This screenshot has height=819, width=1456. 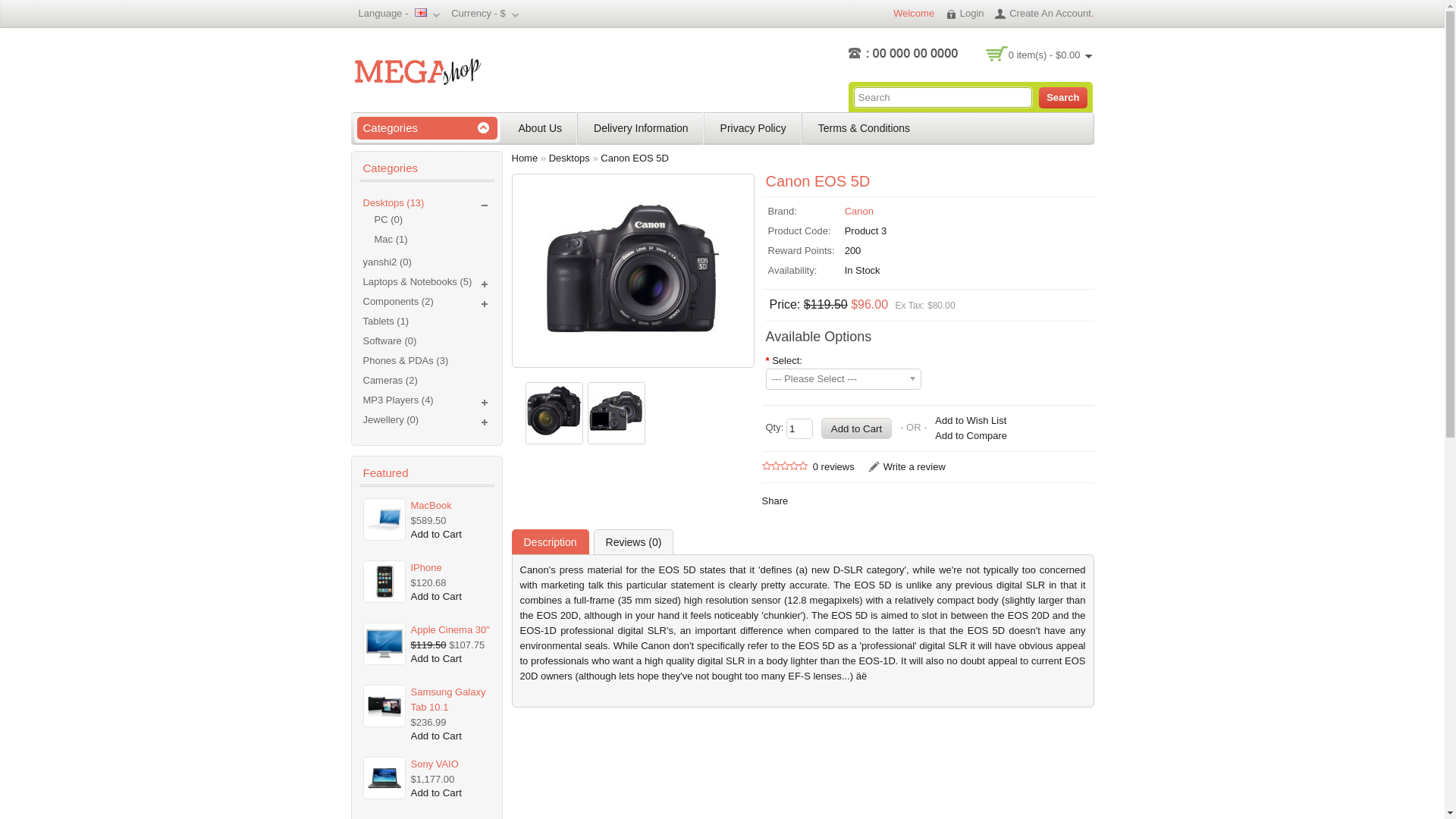 I want to click on 'Canon', so click(x=858, y=211).